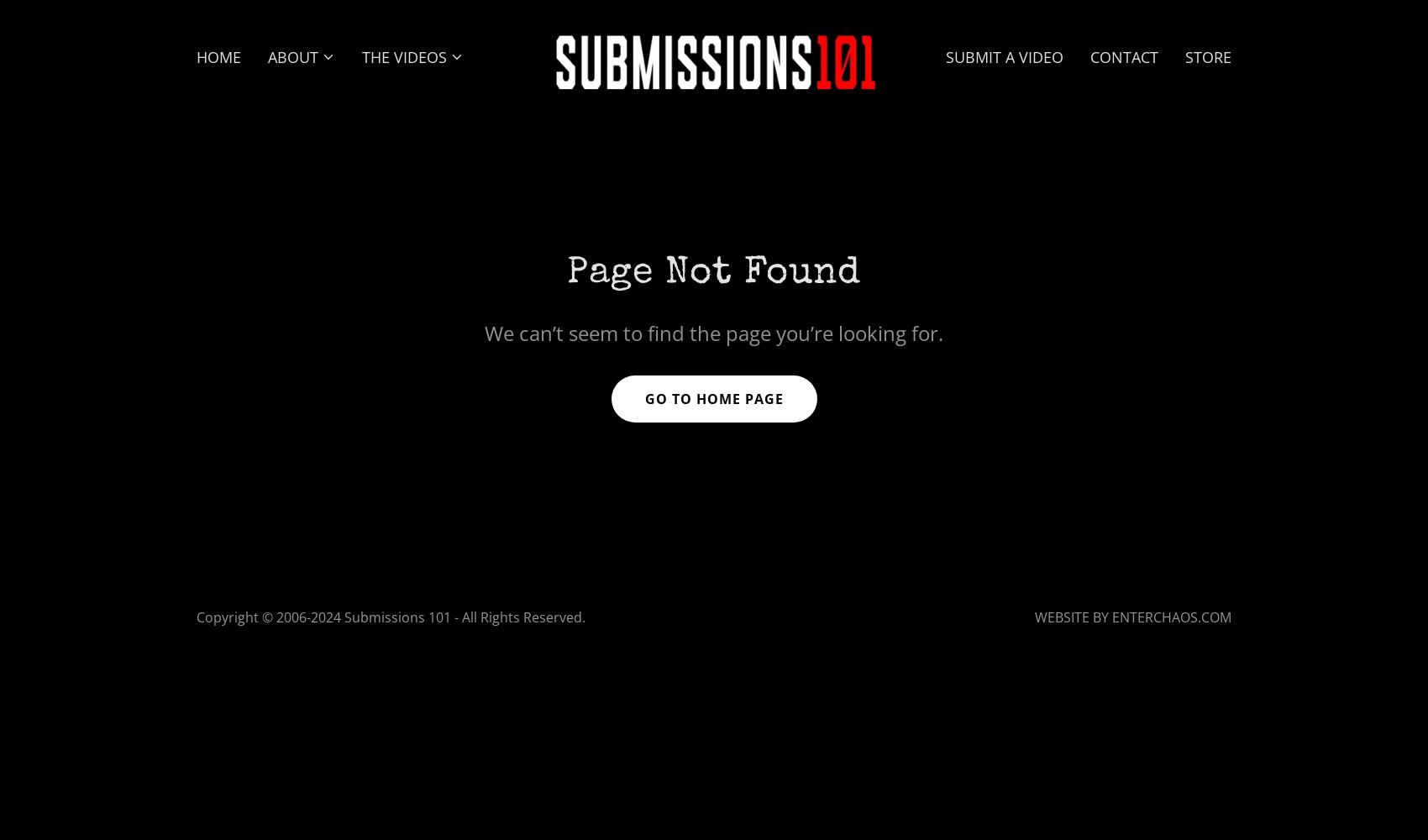 This screenshot has height=840, width=1428. Describe the element at coordinates (1132, 617) in the screenshot. I see `'WEBSITE BY ENTERCHAOS.COM'` at that location.